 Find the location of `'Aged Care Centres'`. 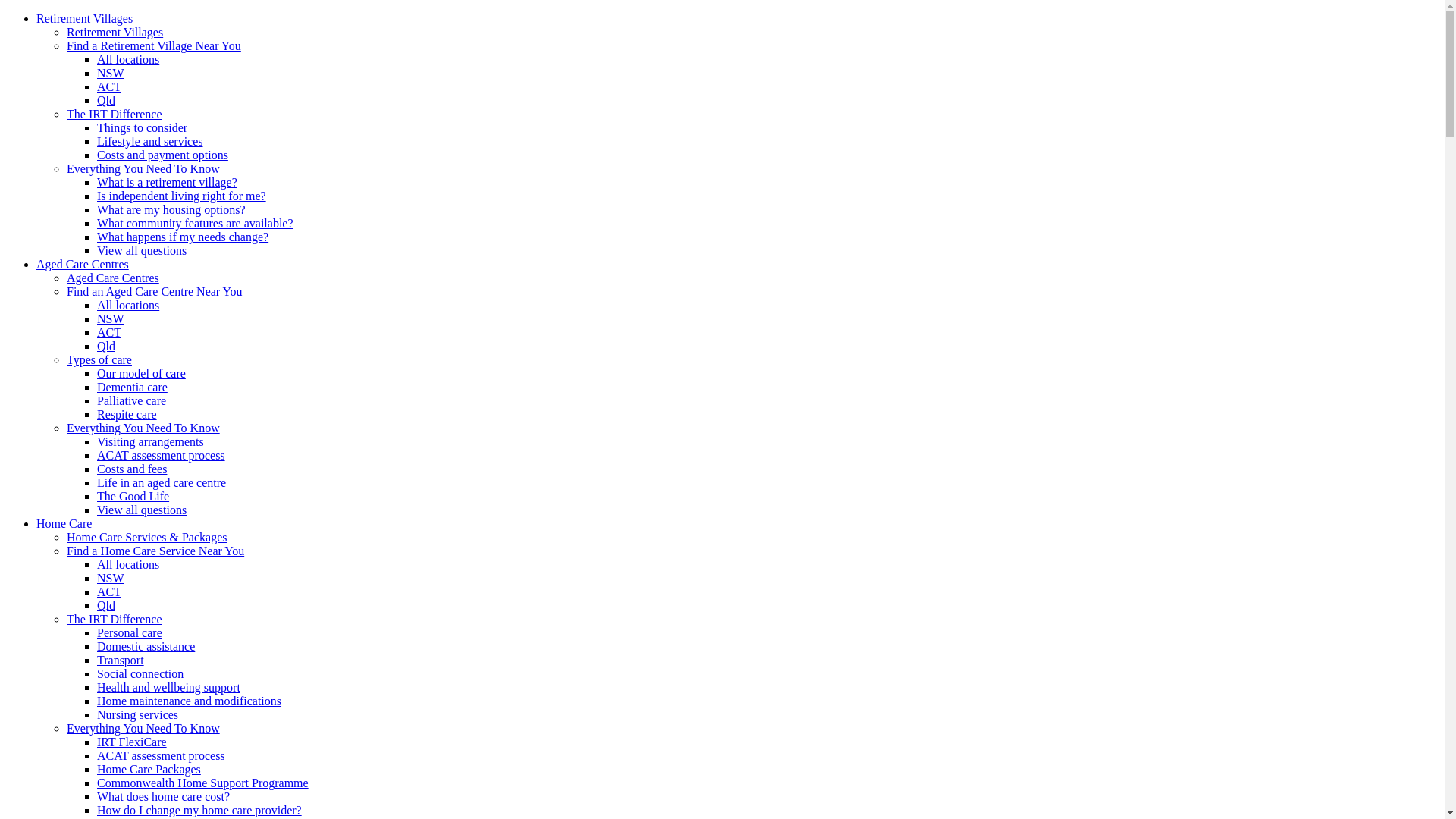

'Aged Care Centres' is located at coordinates (36, 263).